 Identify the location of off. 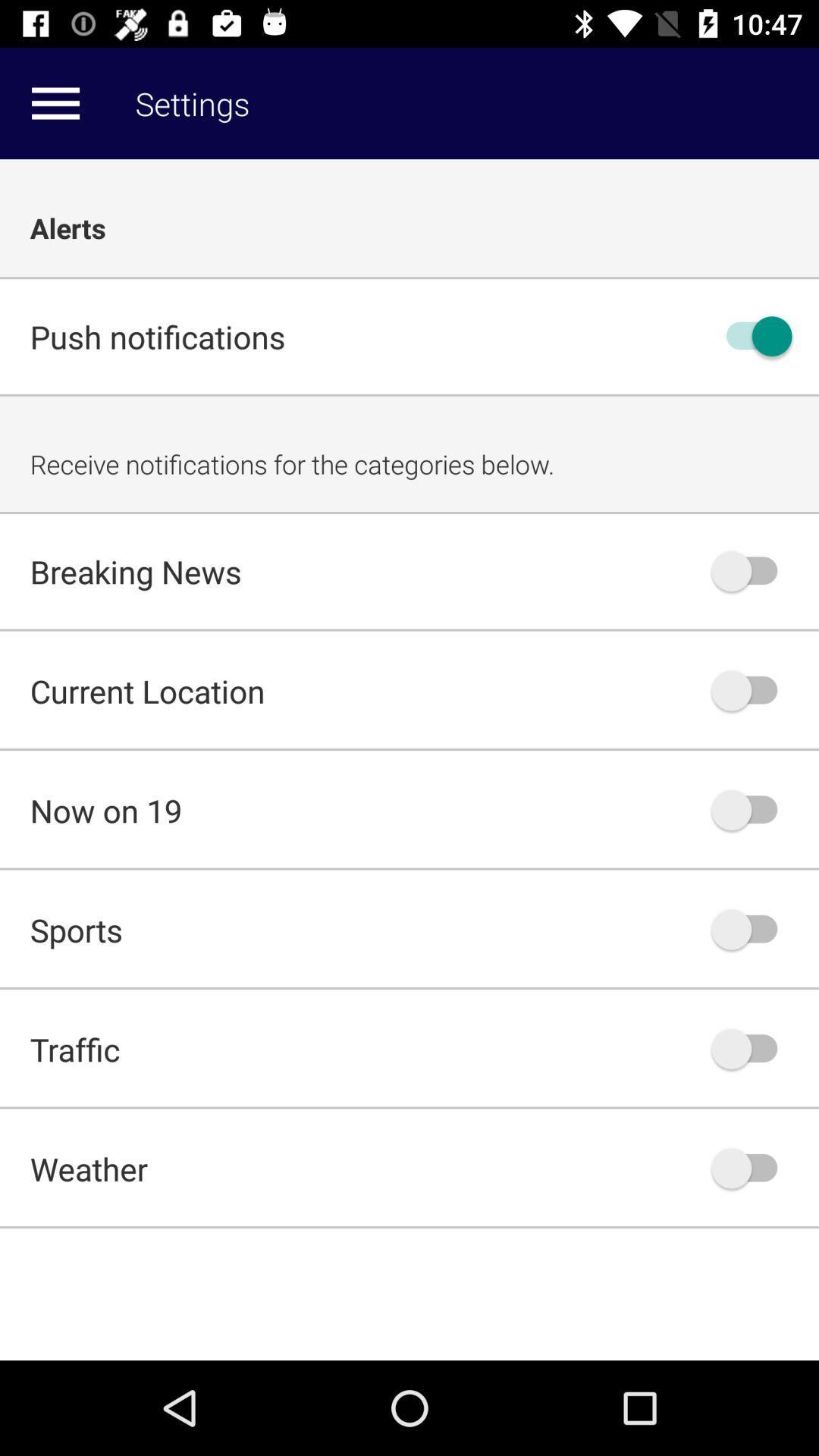
(752, 335).